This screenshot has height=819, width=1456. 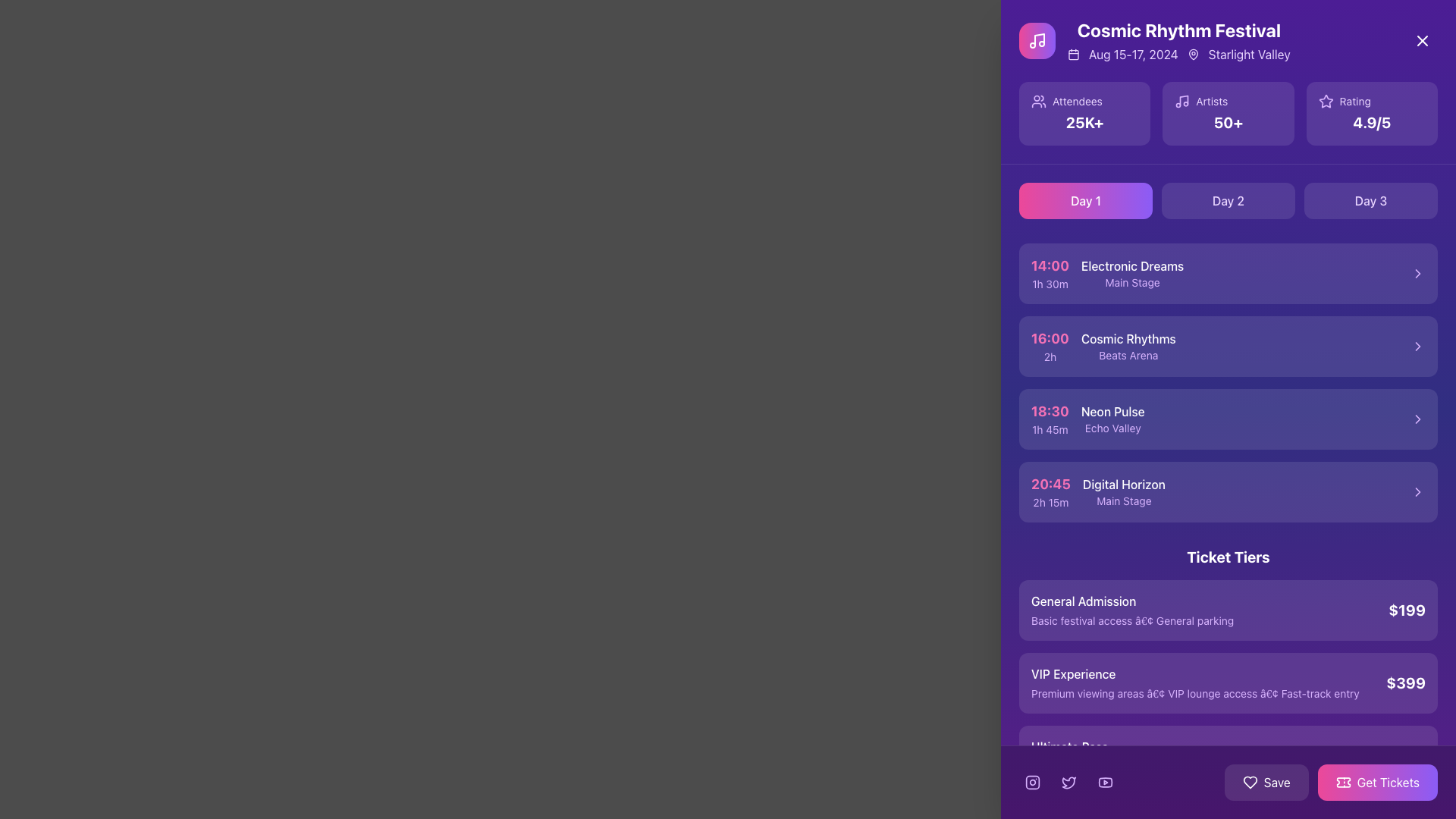 I want to click on the text element displaying 'Starlight Valley', which indicates the venue of the event under the title 'Cosmic Rhythm Festival', so click(x=1249, y=54).